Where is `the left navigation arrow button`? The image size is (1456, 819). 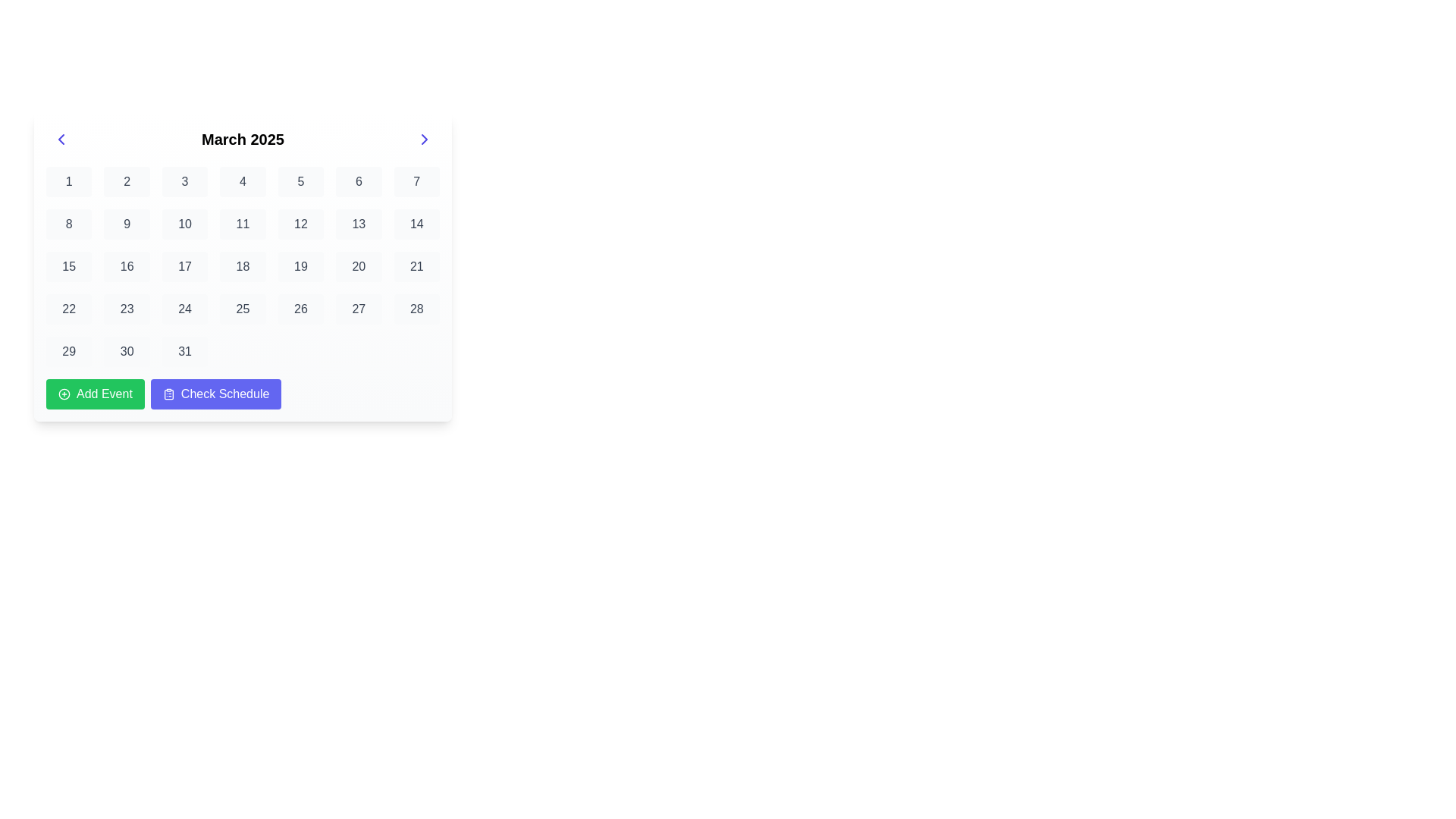
the left navigation arrow button is located at coordinates (61, 140).